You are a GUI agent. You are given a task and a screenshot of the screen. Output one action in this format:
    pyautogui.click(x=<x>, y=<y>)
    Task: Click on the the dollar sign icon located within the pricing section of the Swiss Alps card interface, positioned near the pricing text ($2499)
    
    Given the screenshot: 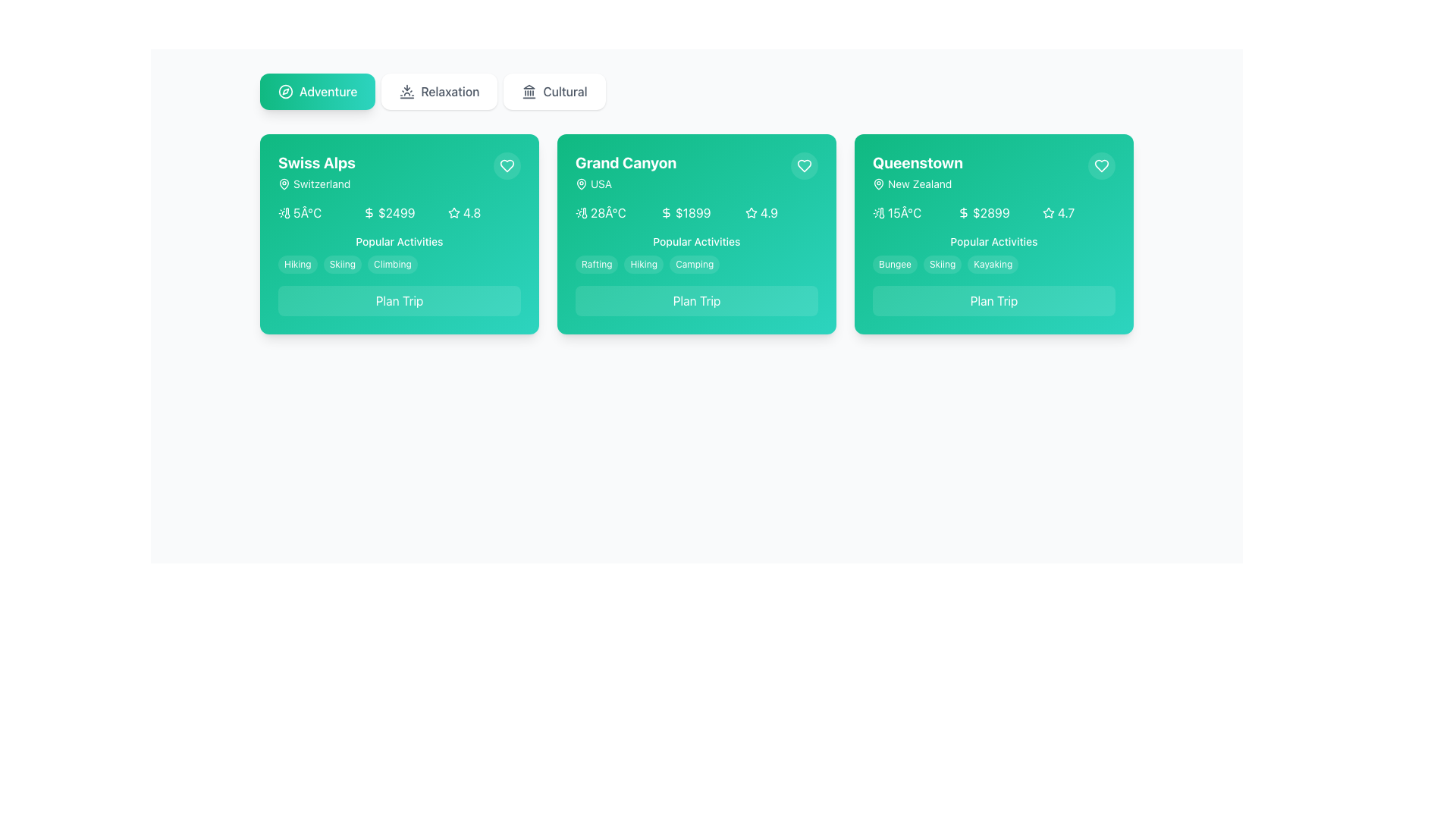 What is the action you would take?
    pyautogui.click(x=369, y=213)
    